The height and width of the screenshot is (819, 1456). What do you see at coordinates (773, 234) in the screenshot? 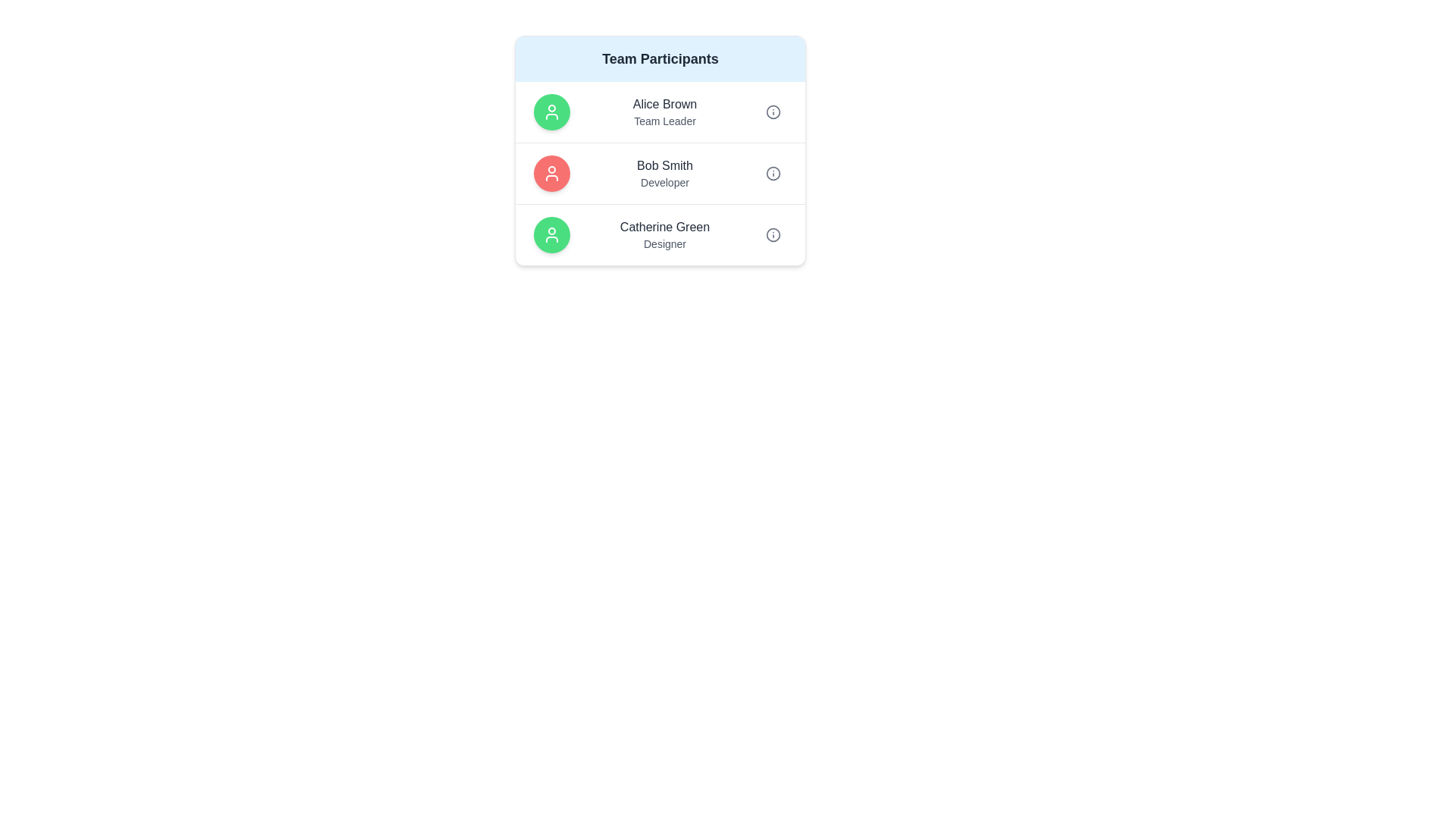
I see `the background circle of the icon located in the 'Catherine Green - Designer' section on the right side` at bounding box center [773, 234].